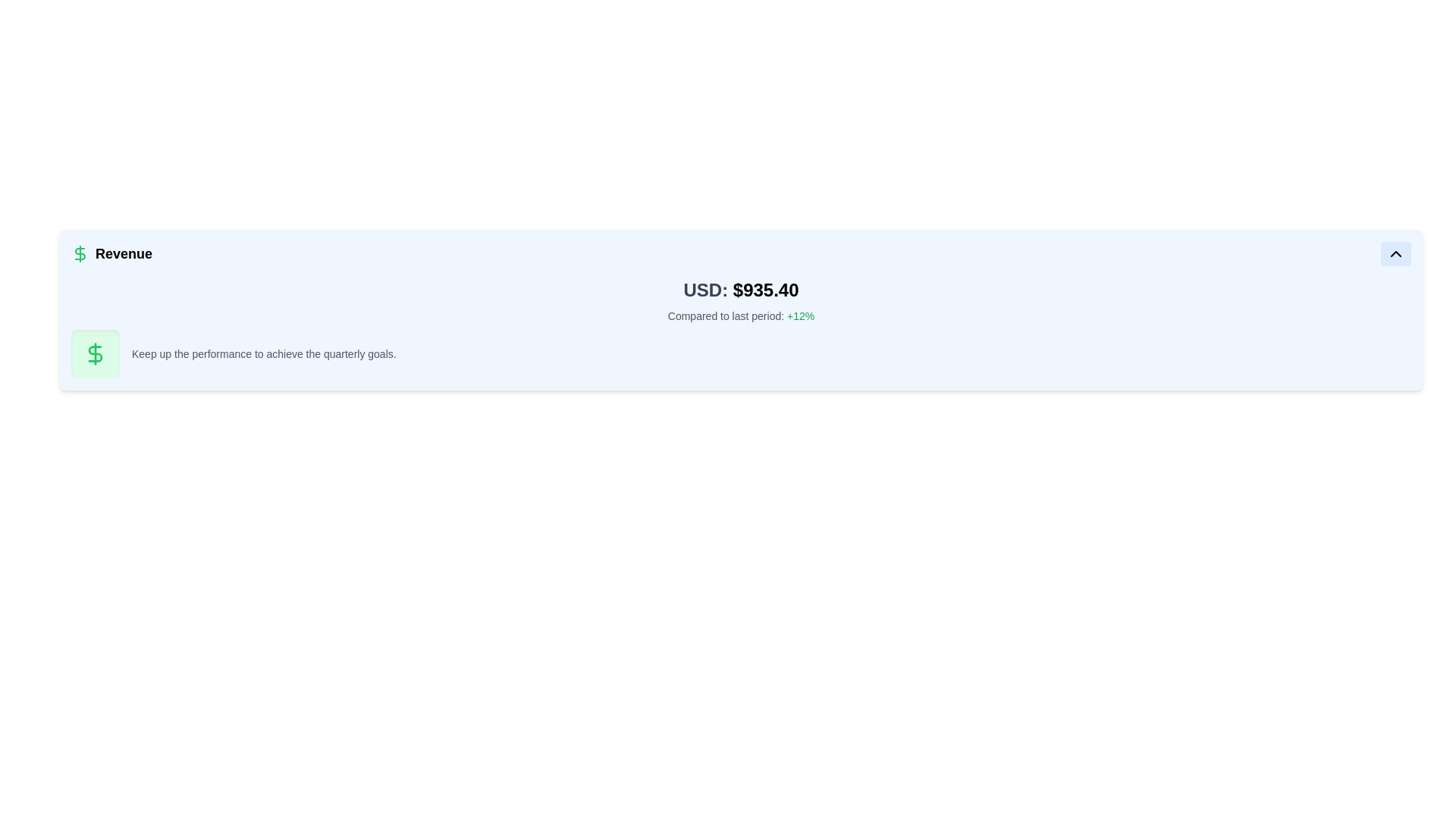  I want to click on revenue information label located in the upper left section of the information card, adjacent to the green dollar sign icon, so click(111, 253).